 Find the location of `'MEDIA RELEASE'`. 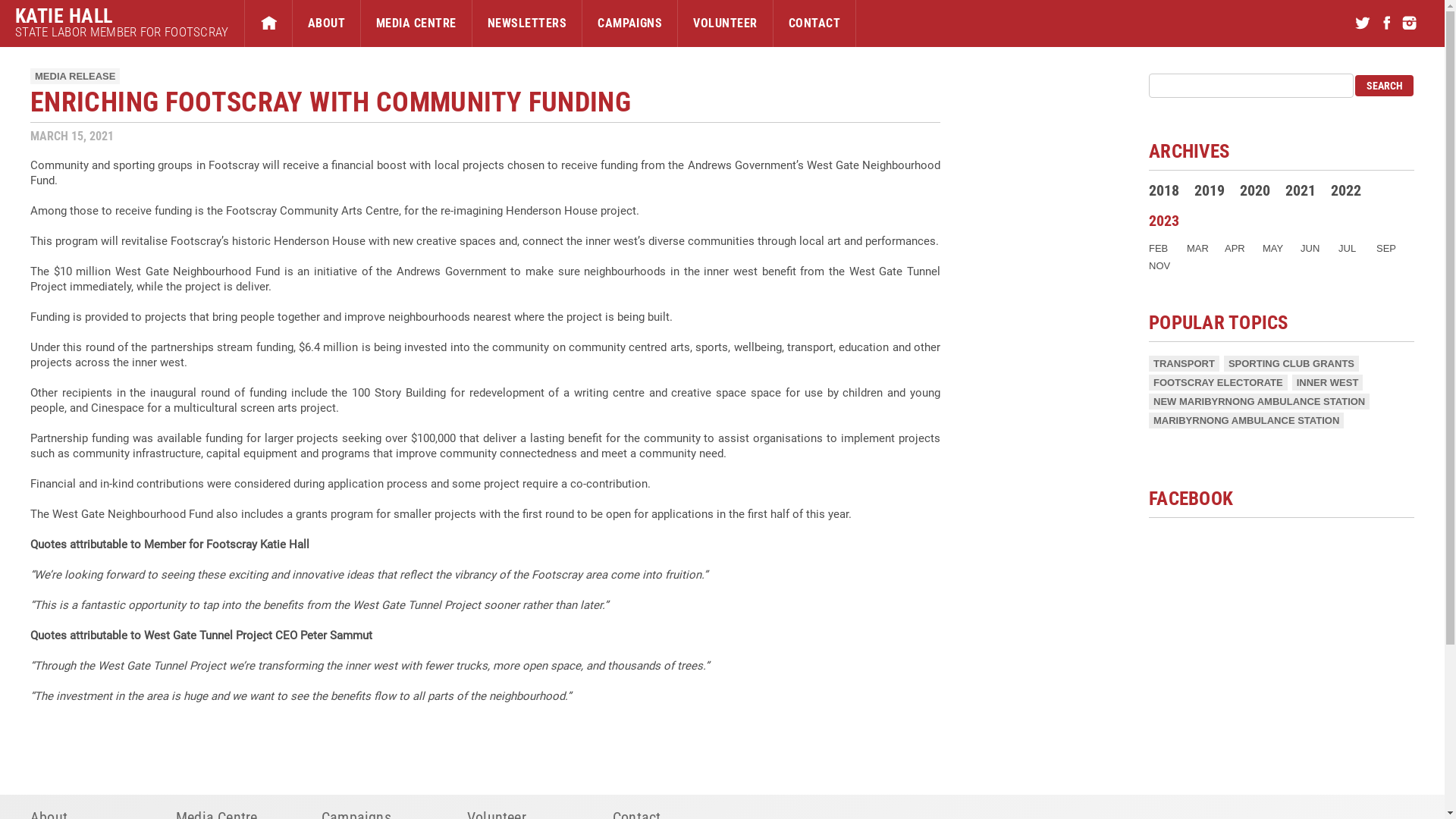

'MEDIA RELEASE' is located at coordinates (30, 76).